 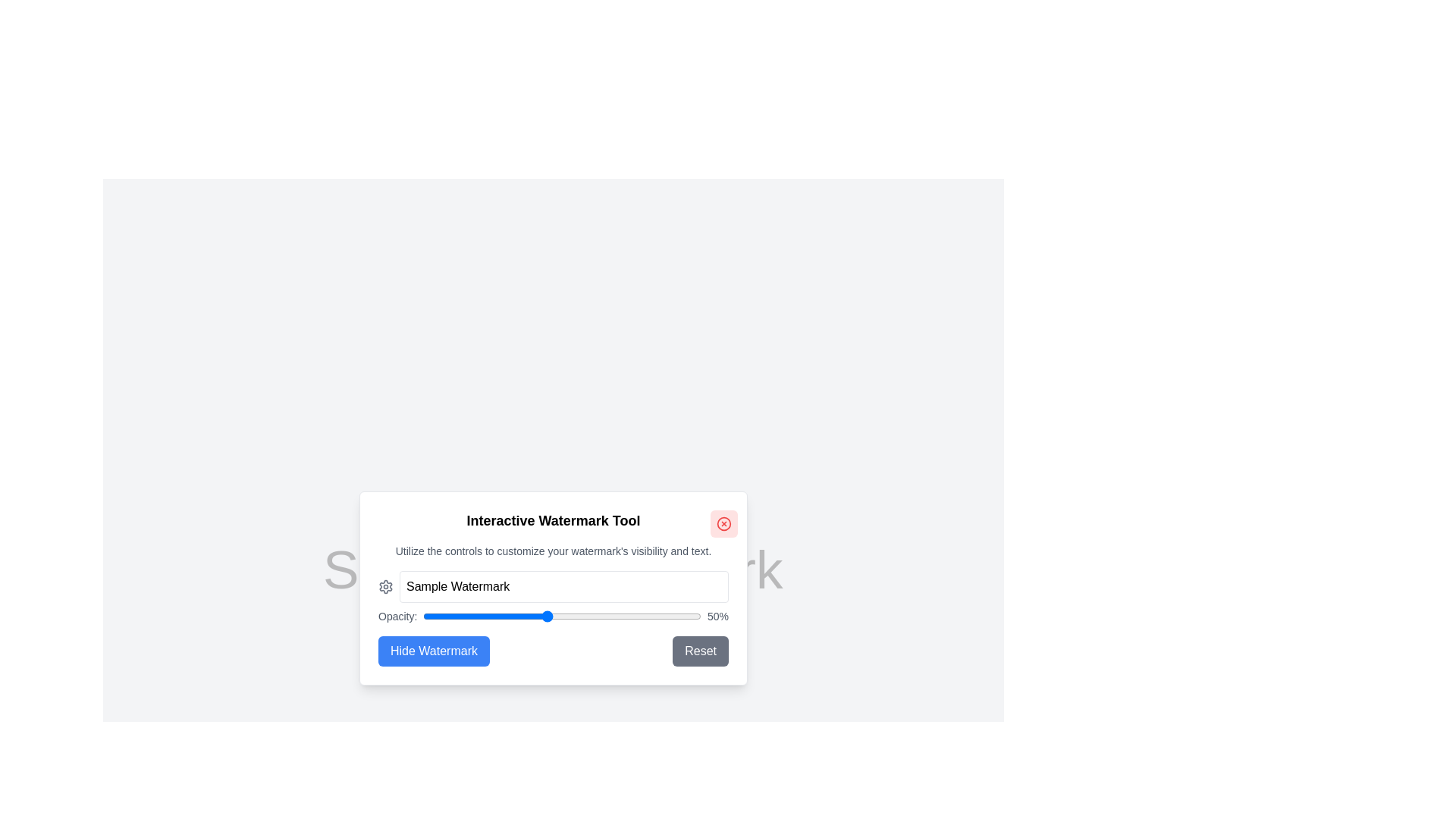 What do you see at coordinates (385, 586) in the screenshot?
I see `the settings icon button located on the leftmost side of the row, adjacent to the input text box with placeholder 'Input watermark text' to invoke its action` at bounding box center [385, 586].